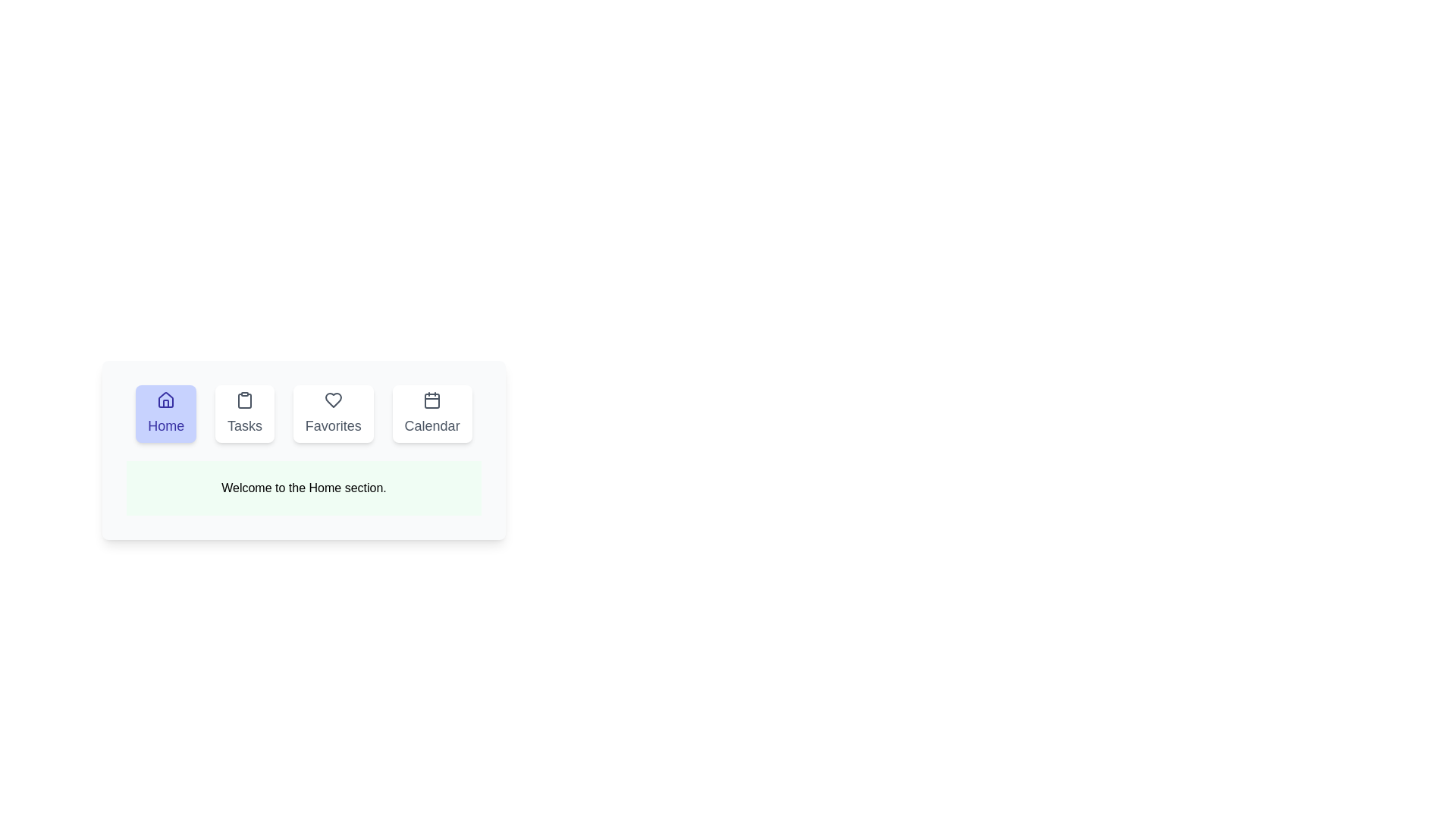  I want to click on the tab button labeled Favorites, so click(331, 414).